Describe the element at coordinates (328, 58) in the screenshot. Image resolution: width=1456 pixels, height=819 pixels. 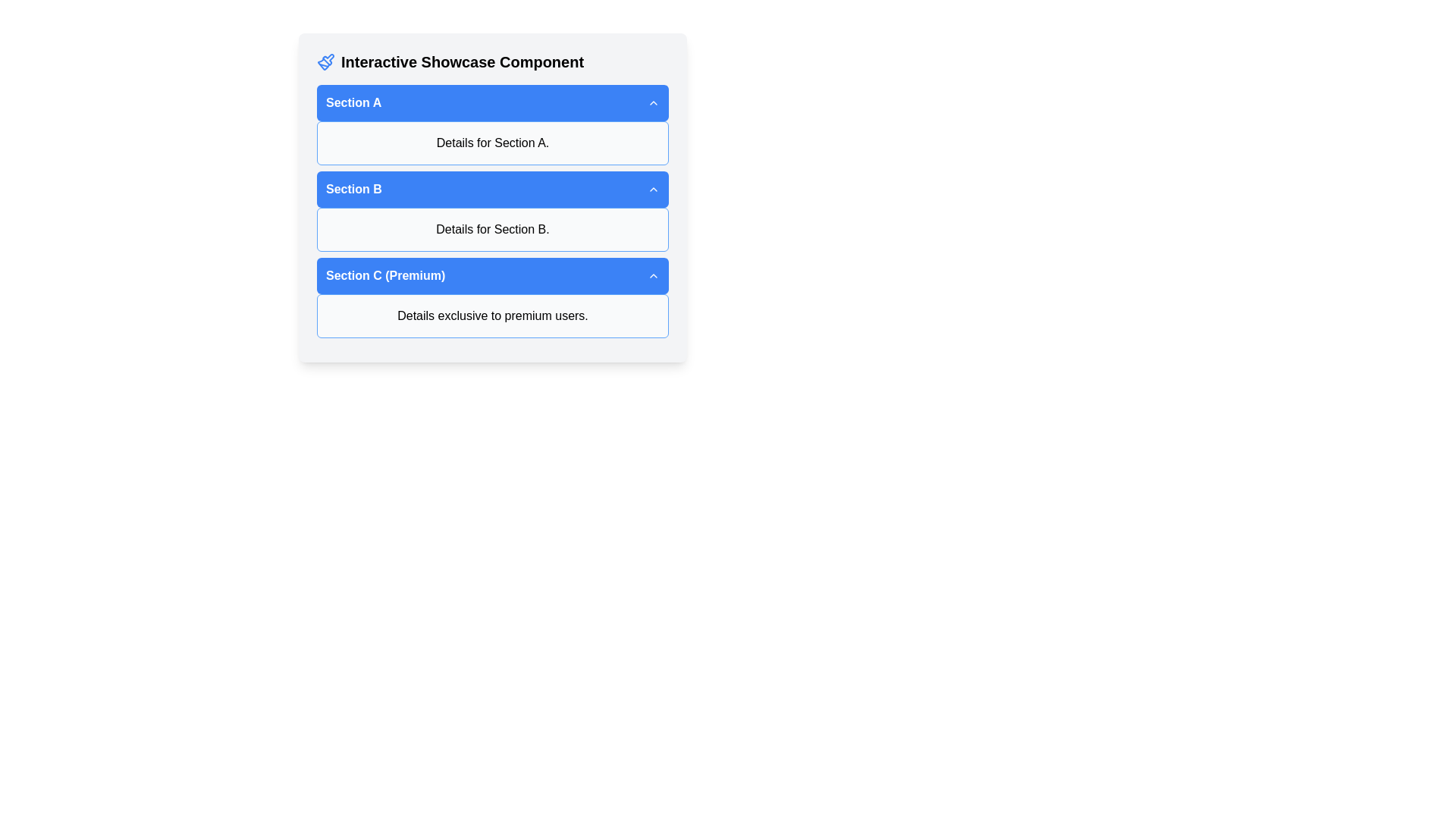
I see `the stylized loop segment of the blue paintbrush icon within the SVG component, located near the top-left corner of the interface` at that location.